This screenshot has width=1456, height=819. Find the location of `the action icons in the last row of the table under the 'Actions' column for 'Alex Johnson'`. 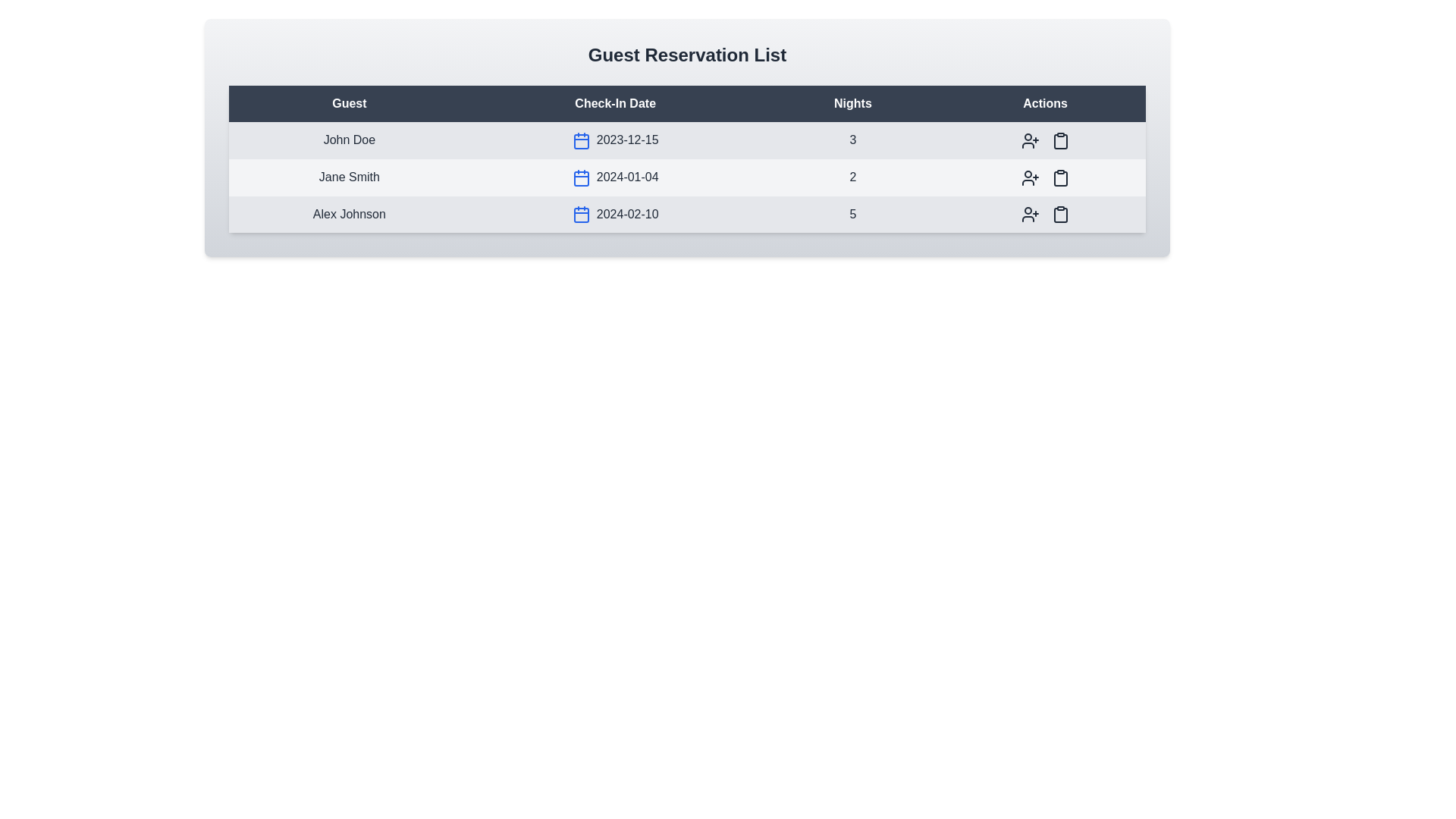

the action icons in the last row of the table under the 'Actions' column for 'Alex Johnson' is located at coordinates (1044, 214).